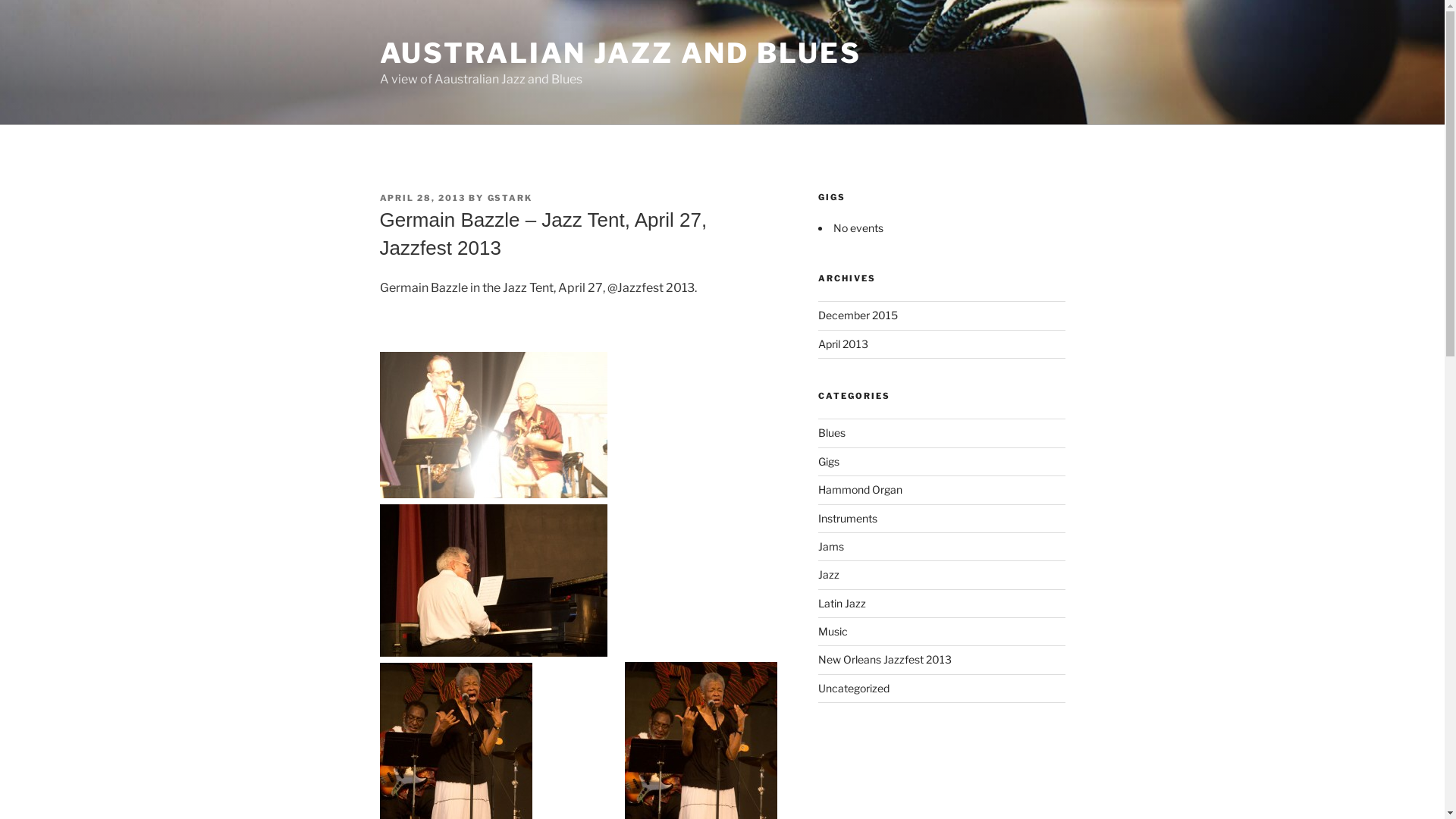  Describe the element at coordinates (884, 658) in the screenshot. I see `'New Orleans Jazzfest 2013'` at that location.